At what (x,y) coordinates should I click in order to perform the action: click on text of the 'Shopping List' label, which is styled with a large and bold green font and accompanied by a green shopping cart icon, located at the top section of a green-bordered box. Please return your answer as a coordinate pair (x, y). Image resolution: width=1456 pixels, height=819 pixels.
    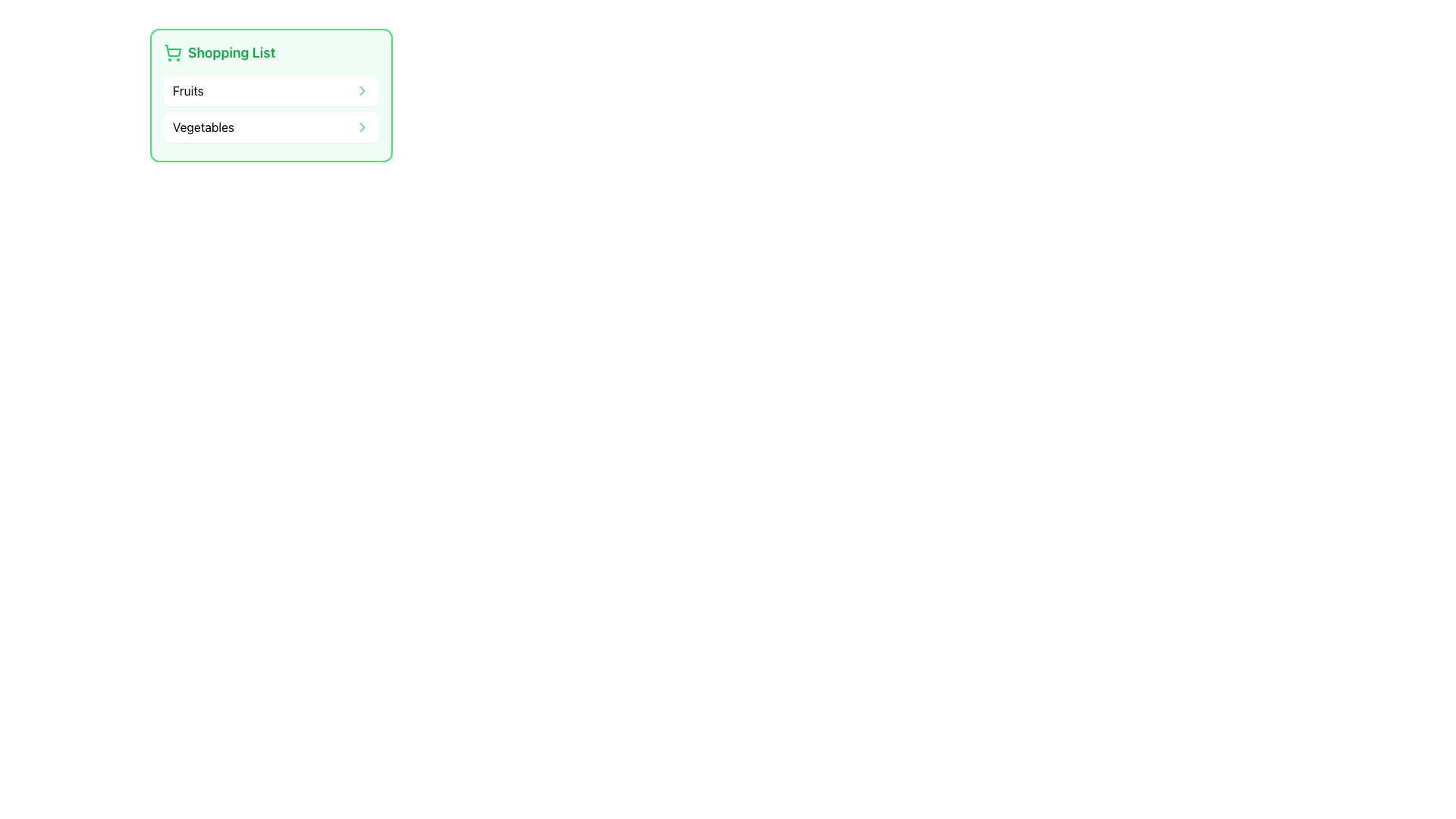
    Looking at the image, I should click on (271, 52).